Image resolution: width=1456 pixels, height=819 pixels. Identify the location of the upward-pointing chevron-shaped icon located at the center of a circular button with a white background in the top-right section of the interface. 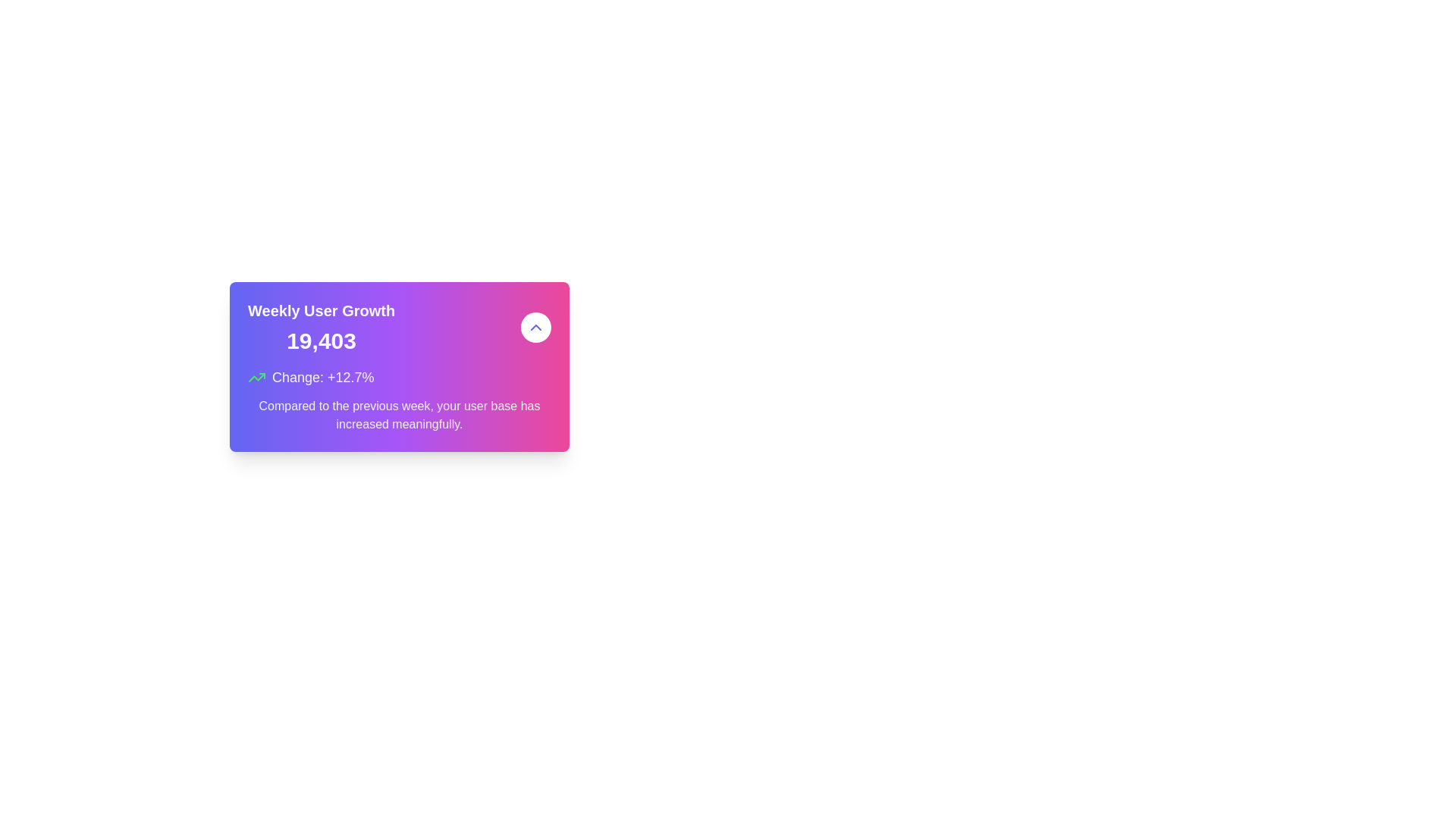
(535, 327).